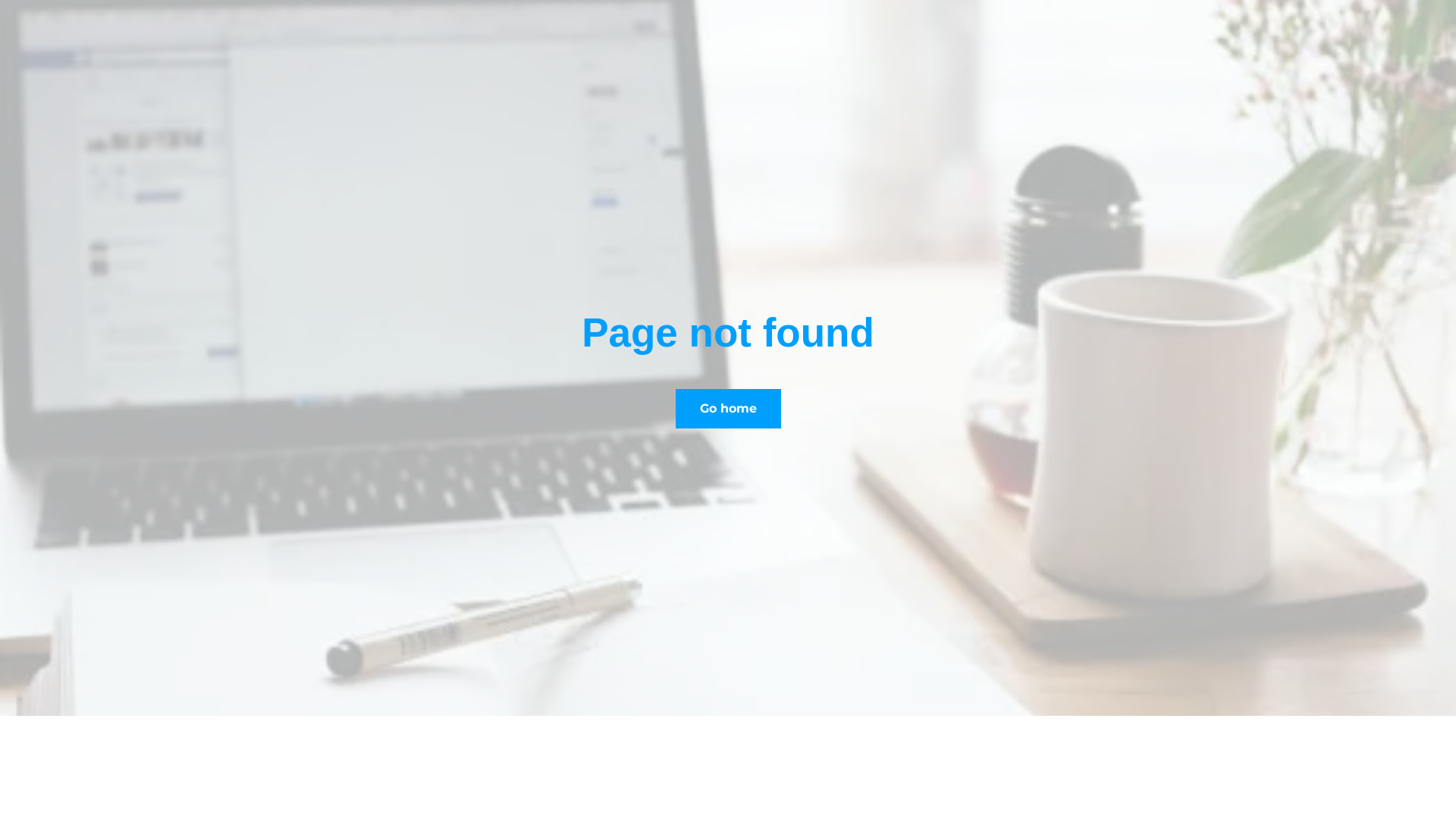 This screenshot has height=819, width=1456. I want to click on 'Go home', so click(673, 408).